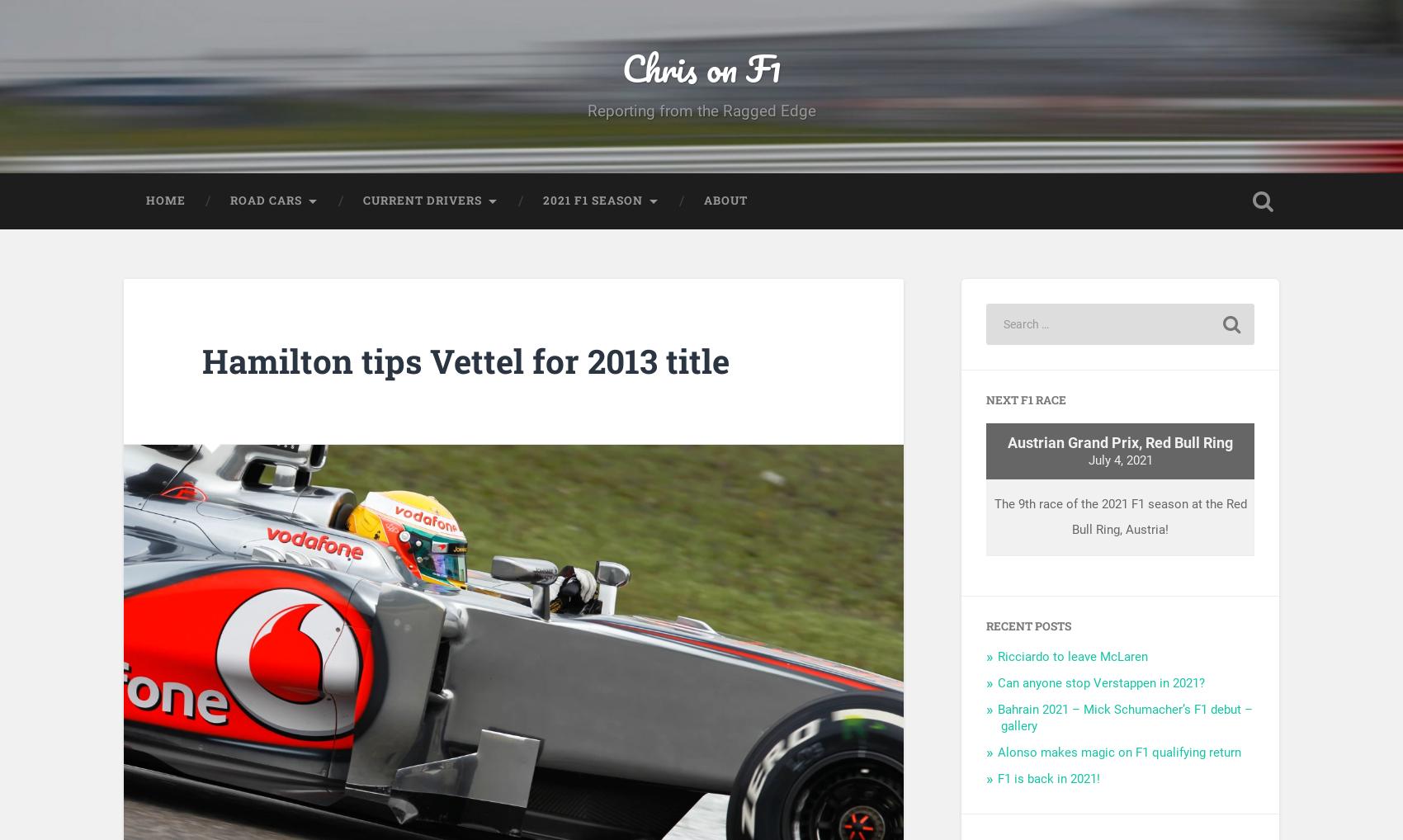  Describe the element at coordinates (1027, 636) in the screenshot. I see `'Recent Posts'` at that location.